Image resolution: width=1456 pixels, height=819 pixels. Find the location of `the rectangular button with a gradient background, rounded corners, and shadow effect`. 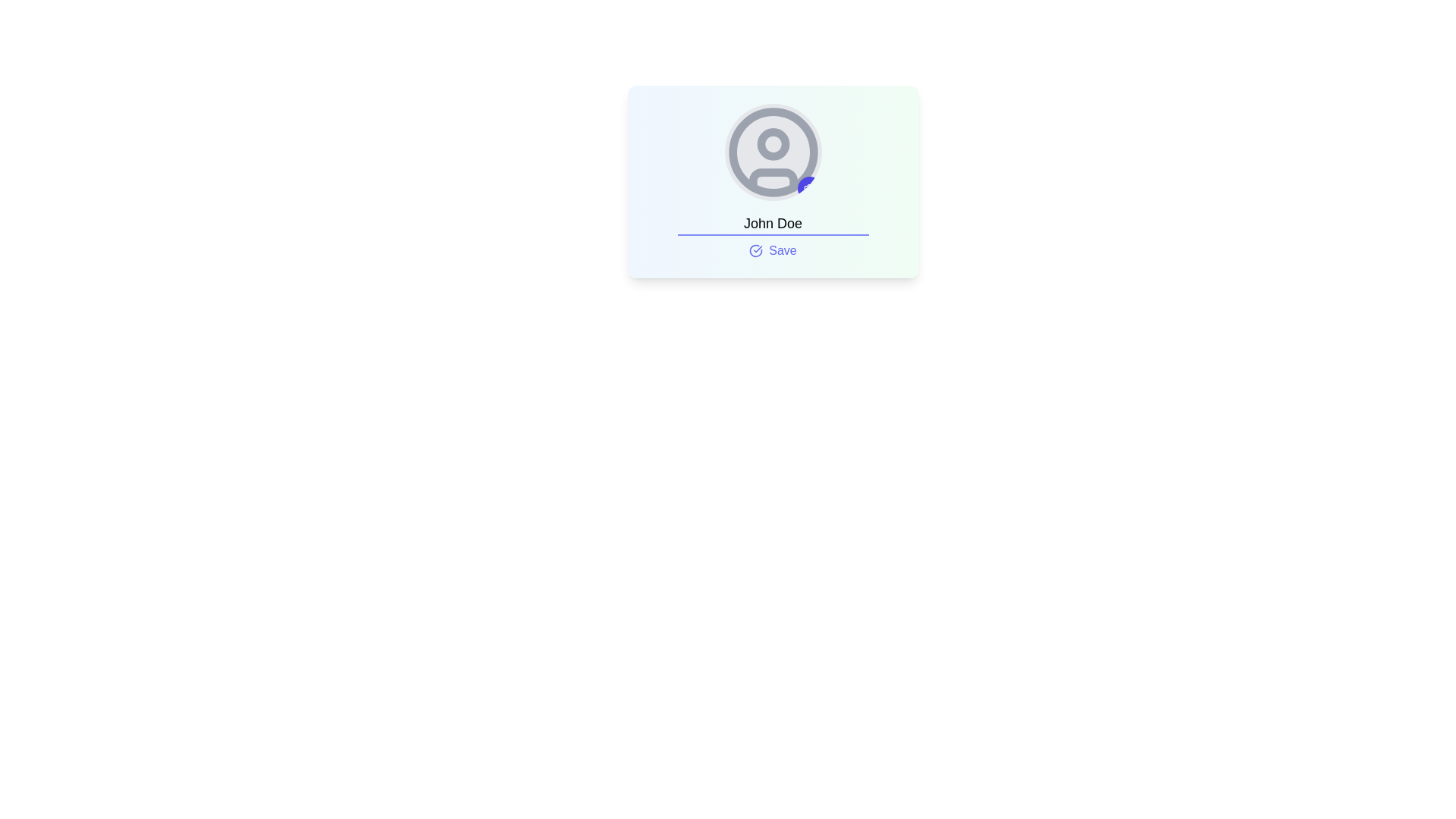

the rectangular button with a gradient background, rounded corners, and shadow effect is located at coordinates (773, 180).